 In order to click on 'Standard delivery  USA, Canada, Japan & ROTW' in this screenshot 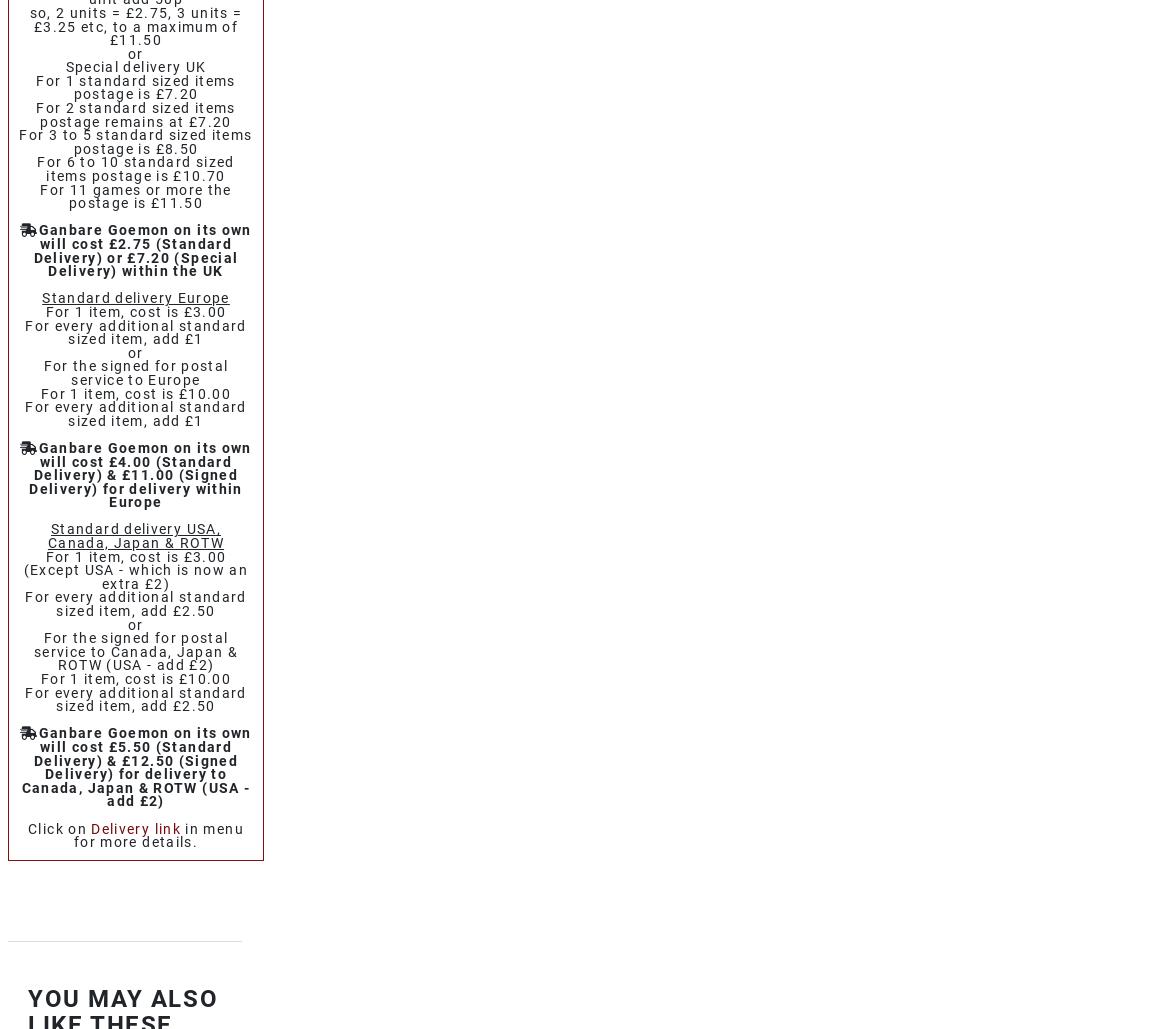, I will do `click(135, 535)`.